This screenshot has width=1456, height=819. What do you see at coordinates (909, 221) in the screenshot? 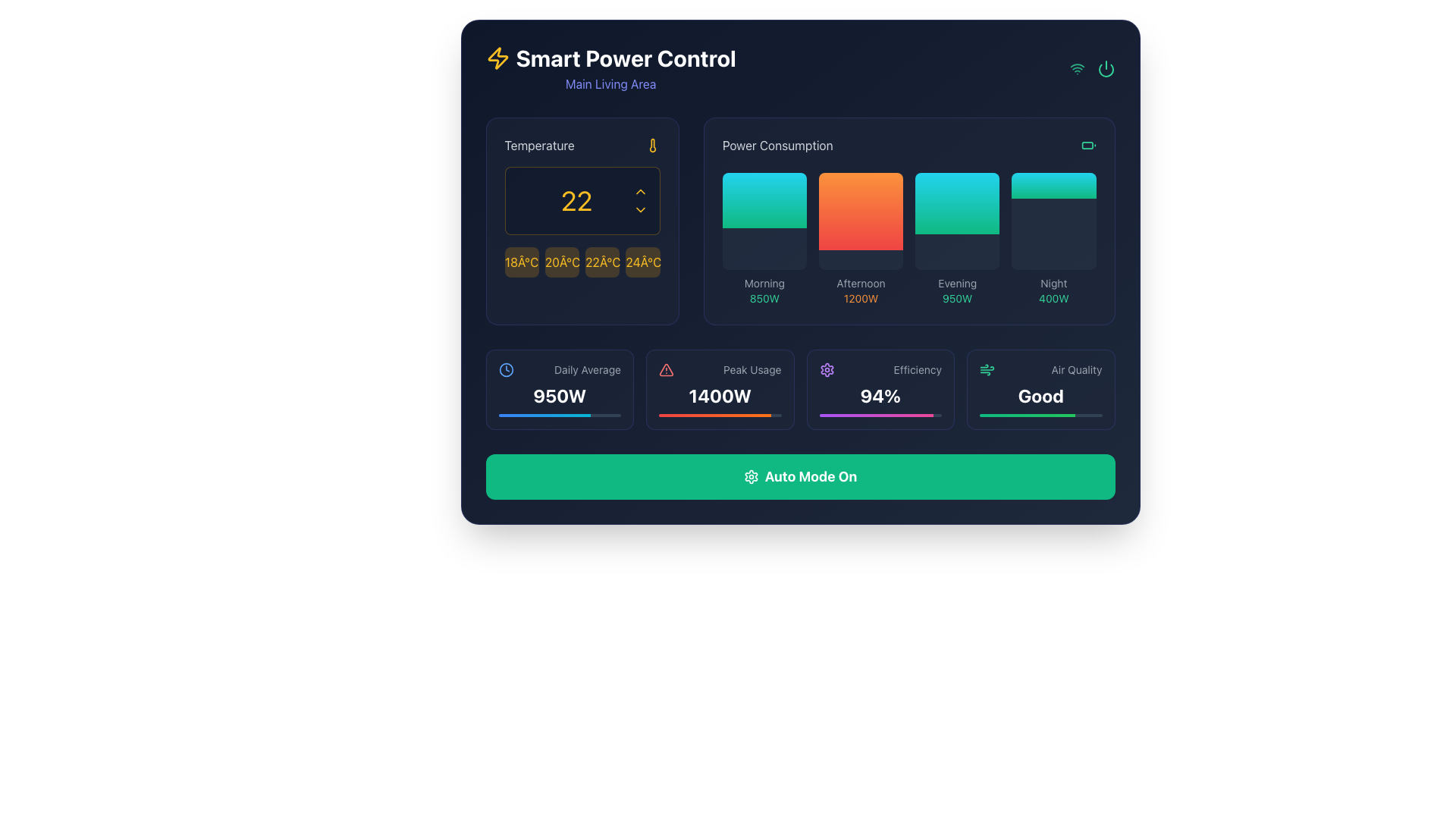
I see `the Informational panel displaying power consumption data segmented by time periods` at bounding box center [909, 221].